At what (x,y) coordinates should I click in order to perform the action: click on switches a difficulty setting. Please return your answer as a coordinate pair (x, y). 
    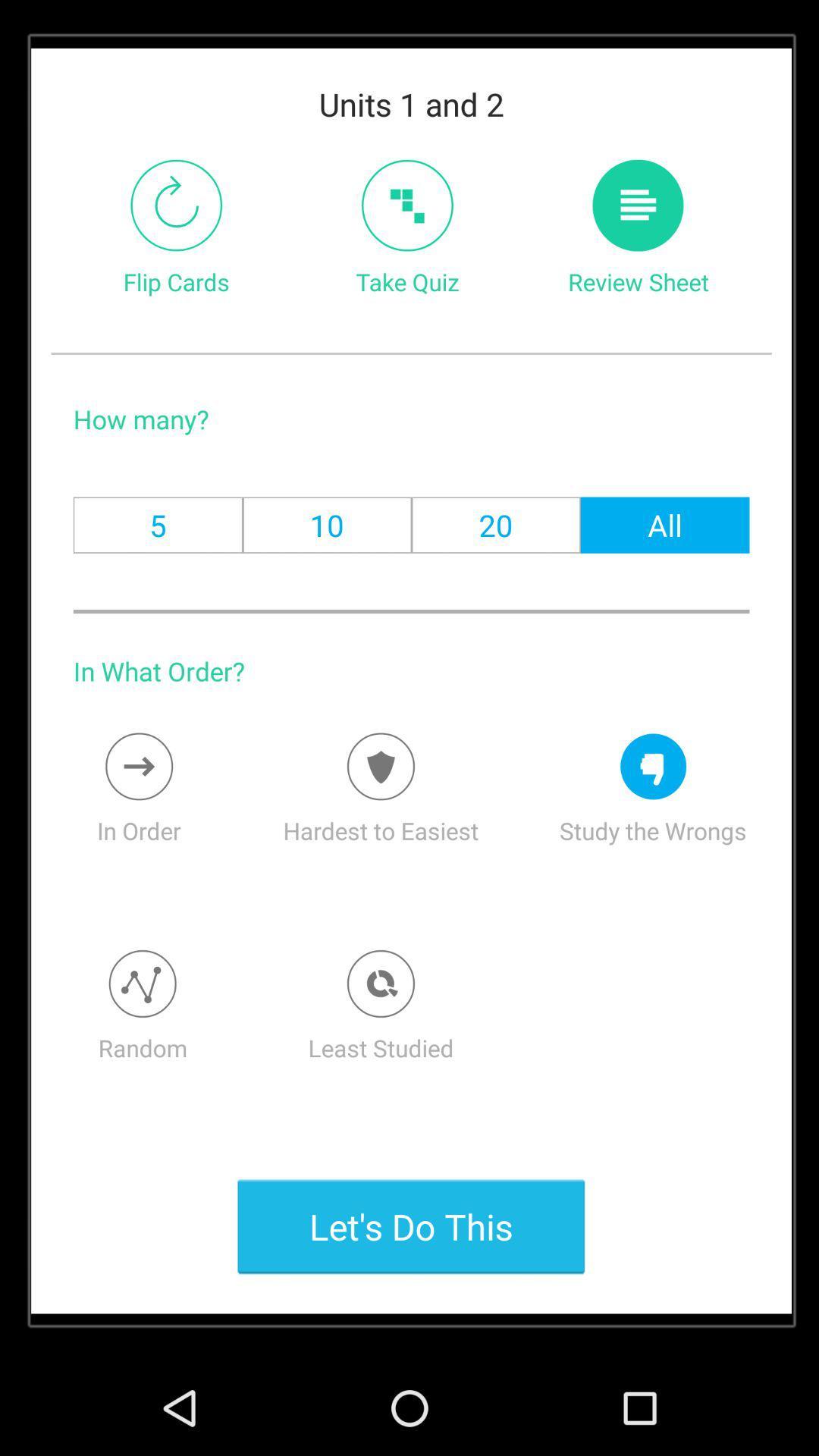
    Looking at the image, I should click on (380, 767).